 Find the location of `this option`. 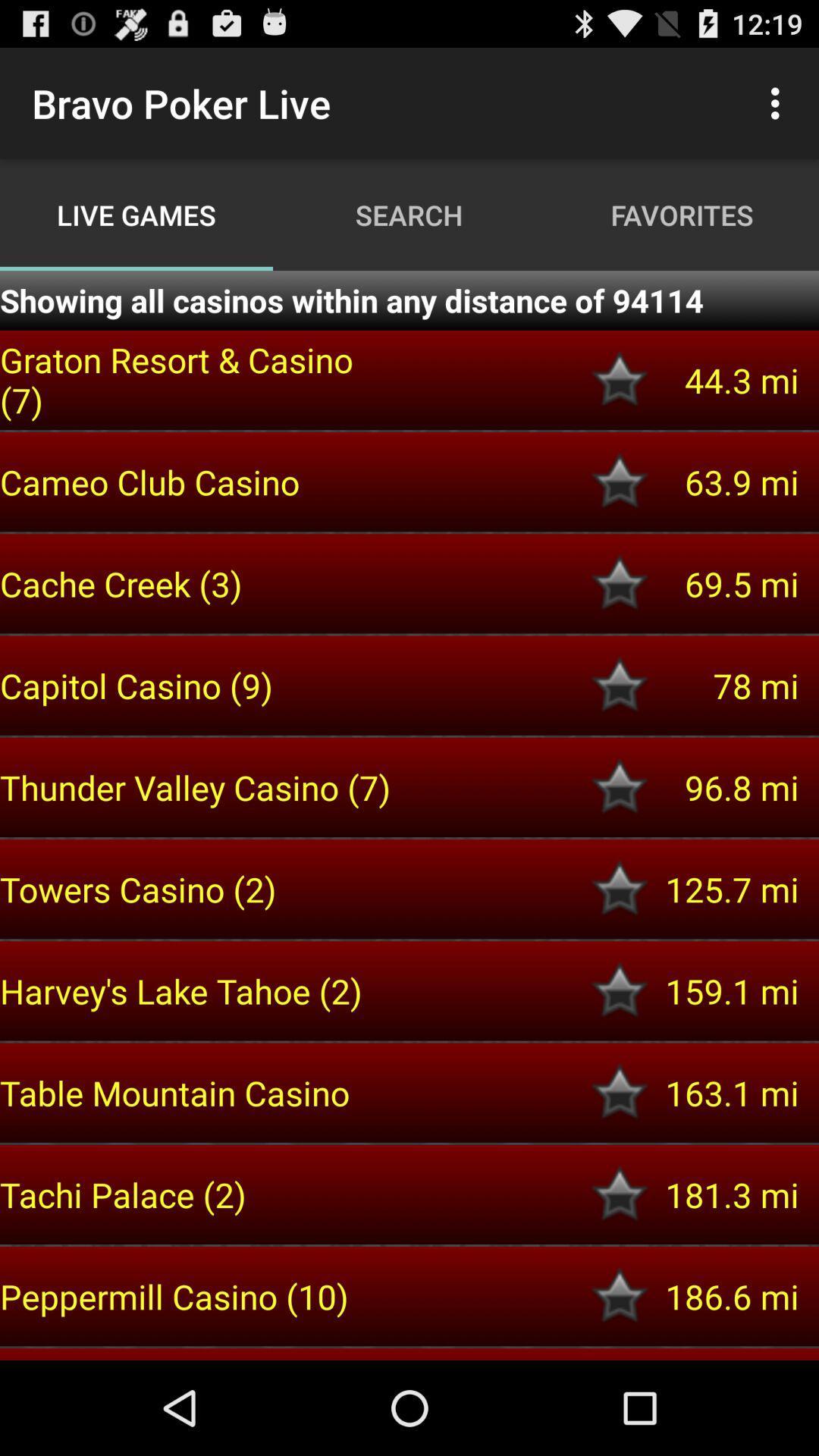

this option is located at coordinates (620, 990).